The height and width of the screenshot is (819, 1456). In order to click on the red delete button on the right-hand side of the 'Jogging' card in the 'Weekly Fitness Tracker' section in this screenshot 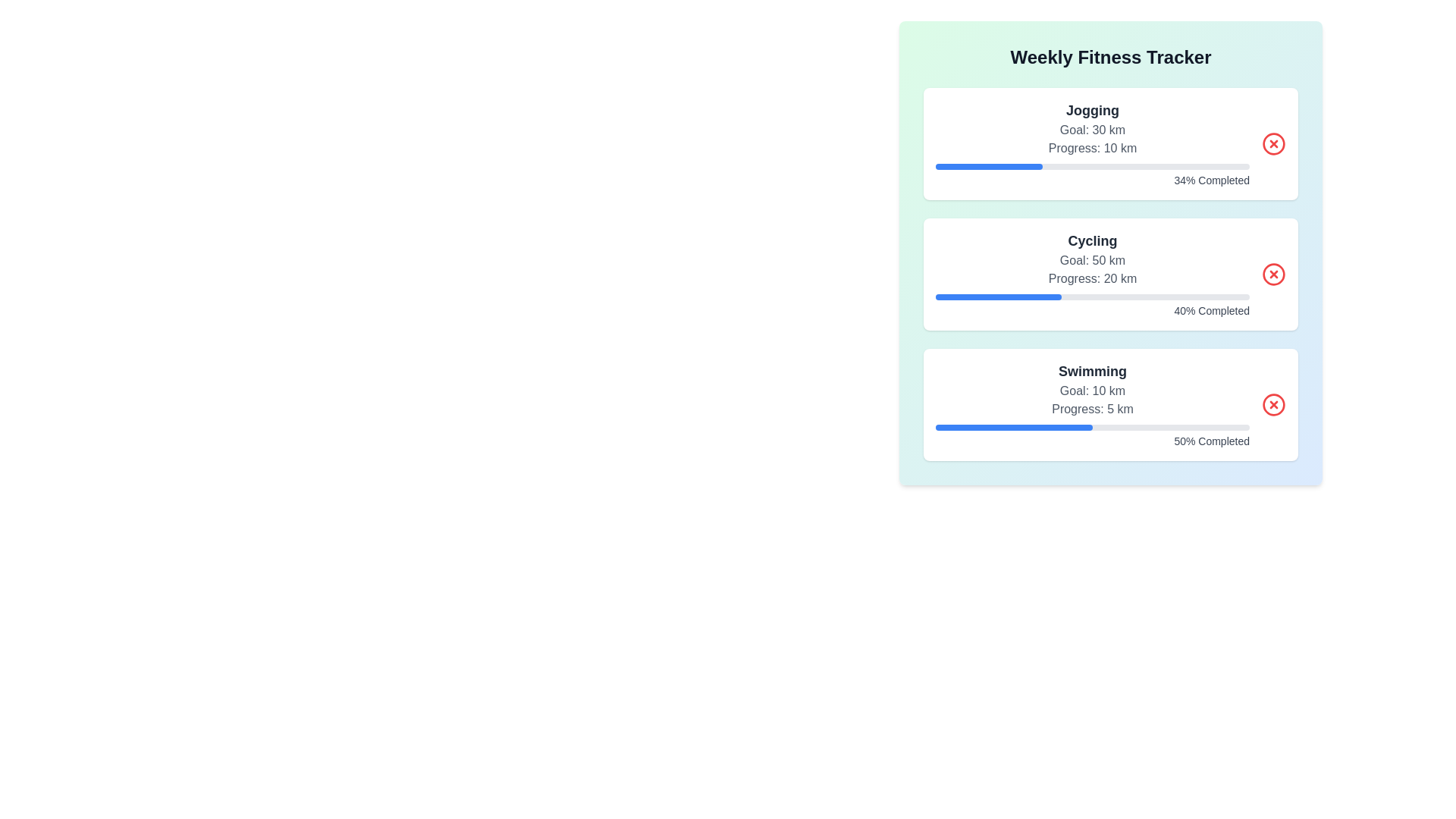, I will do `click(1274, 143)`.